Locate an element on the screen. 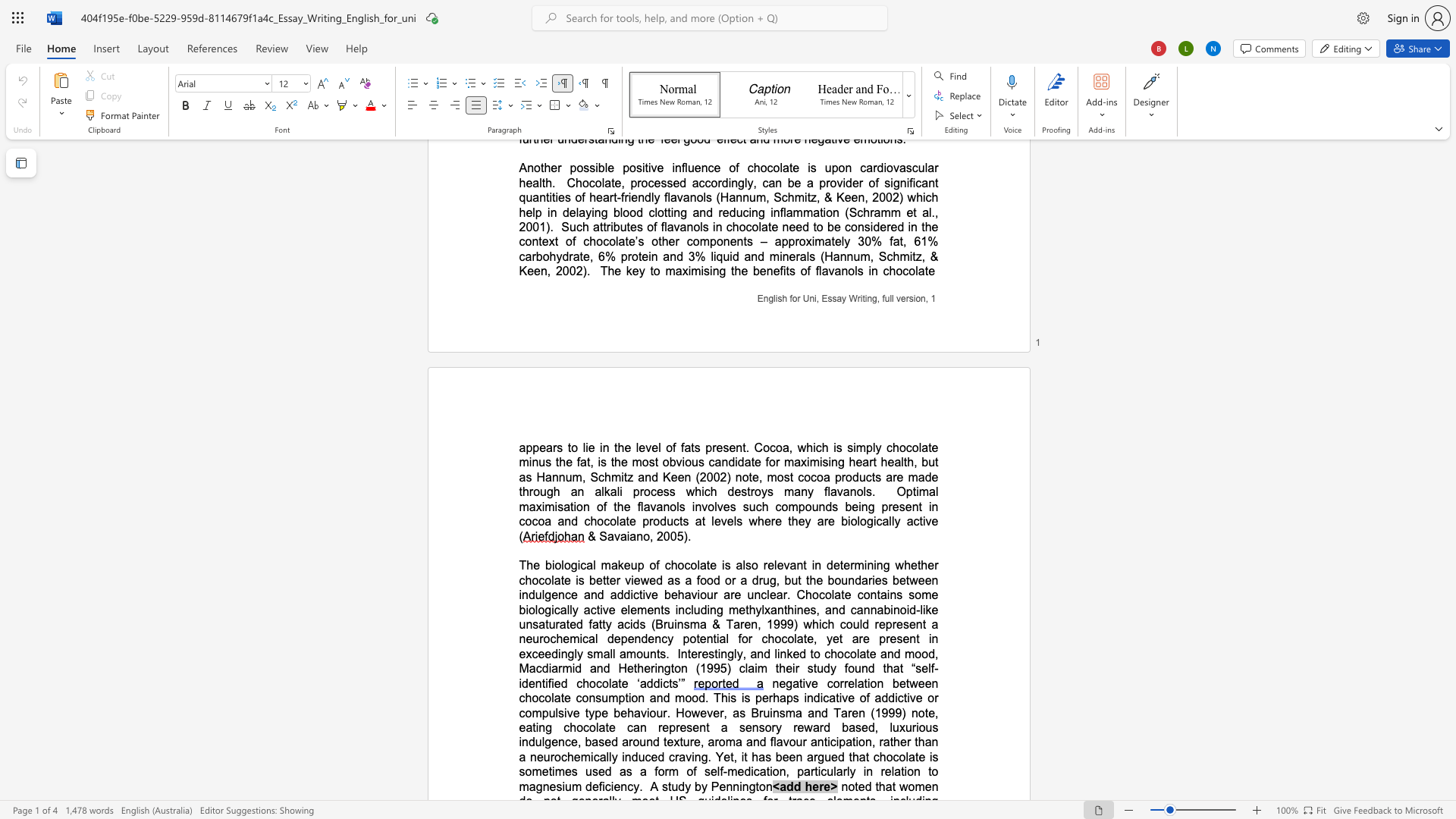 The height and width of the screenshot is (819, 1456). the 5th character "e" in the text is located at coordinates (777, 270).